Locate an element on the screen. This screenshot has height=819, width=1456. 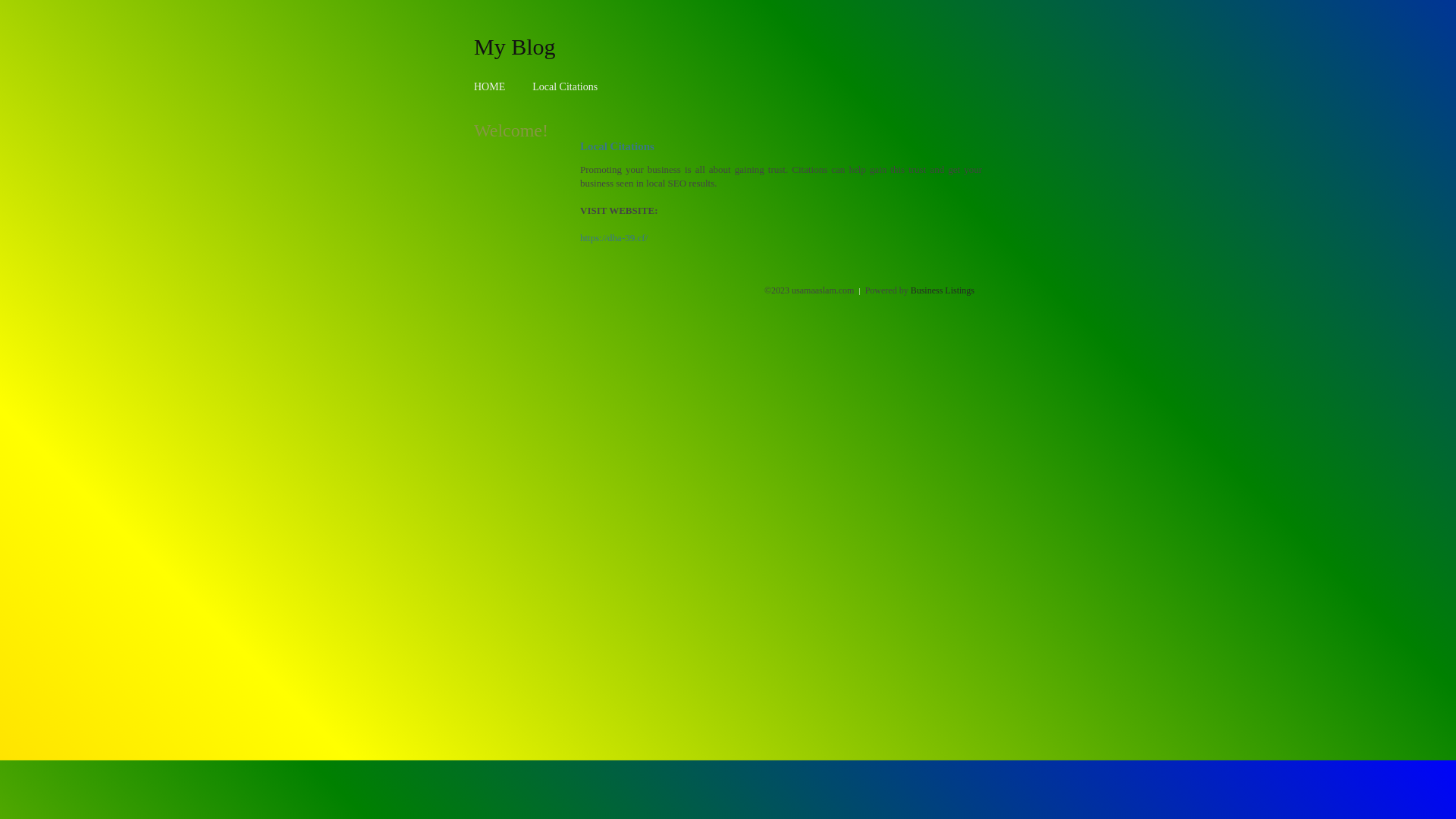
'https://dha-39.cf/' is located at coordinates (613, 237).